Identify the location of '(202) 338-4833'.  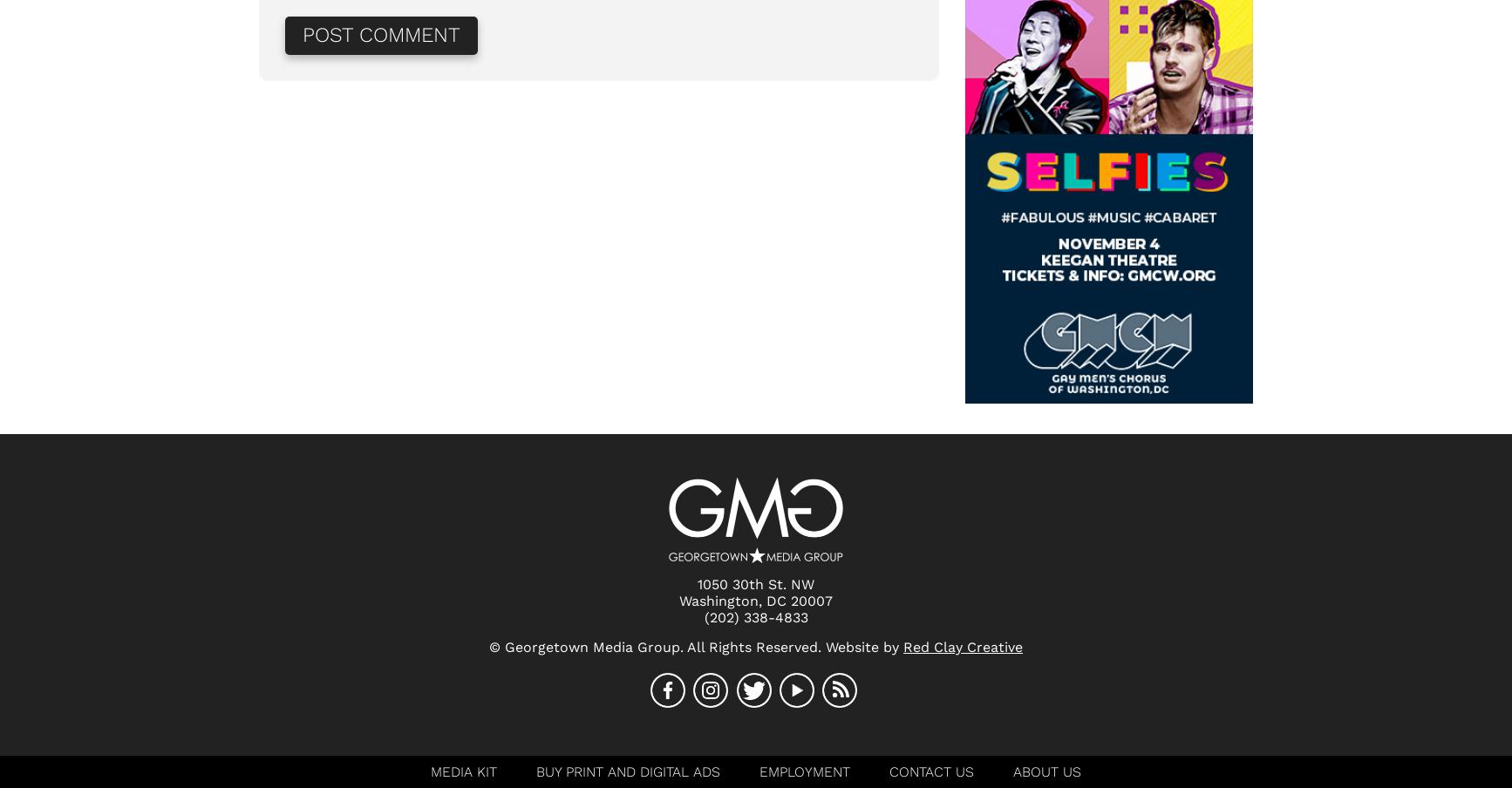
(754, 615).